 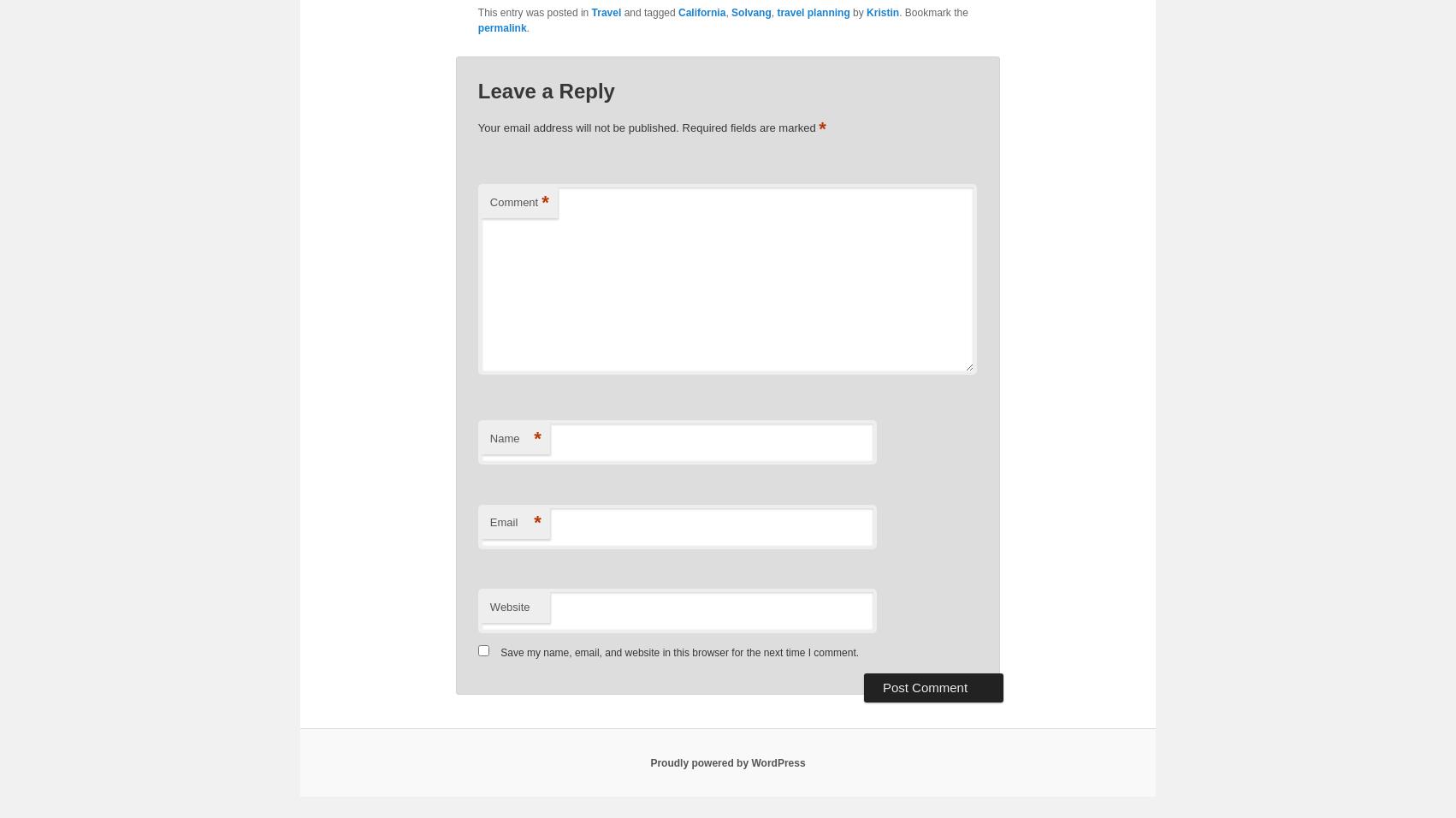 I want to click on '. Bookmark the', so click(x=897, y=12).